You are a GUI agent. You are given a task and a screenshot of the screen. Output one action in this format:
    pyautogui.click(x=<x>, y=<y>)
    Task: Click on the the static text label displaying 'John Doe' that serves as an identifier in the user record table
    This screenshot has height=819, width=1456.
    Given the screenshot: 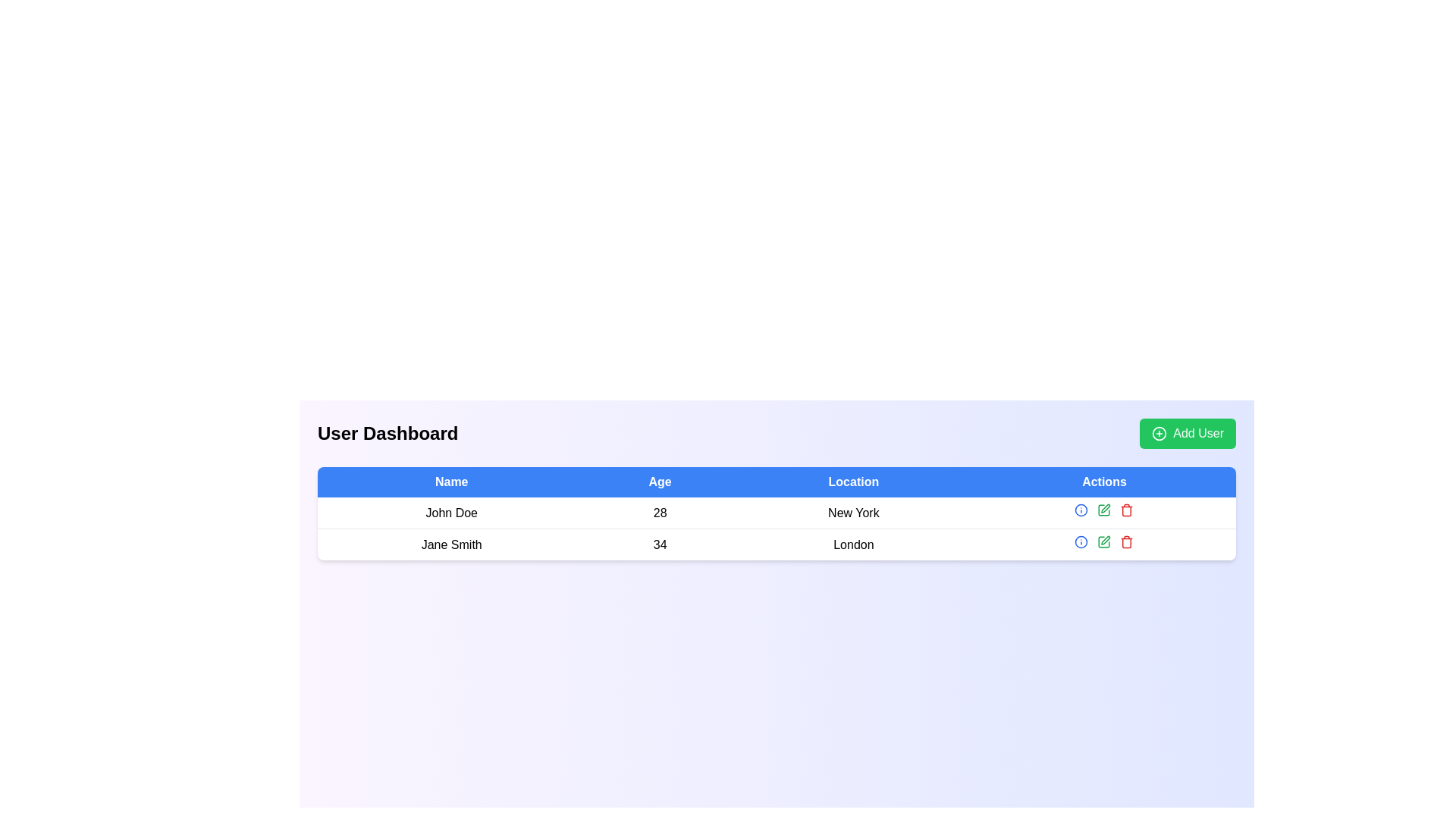 What is the action you would take?
    pyautogui.click(x=450, y=512)
    